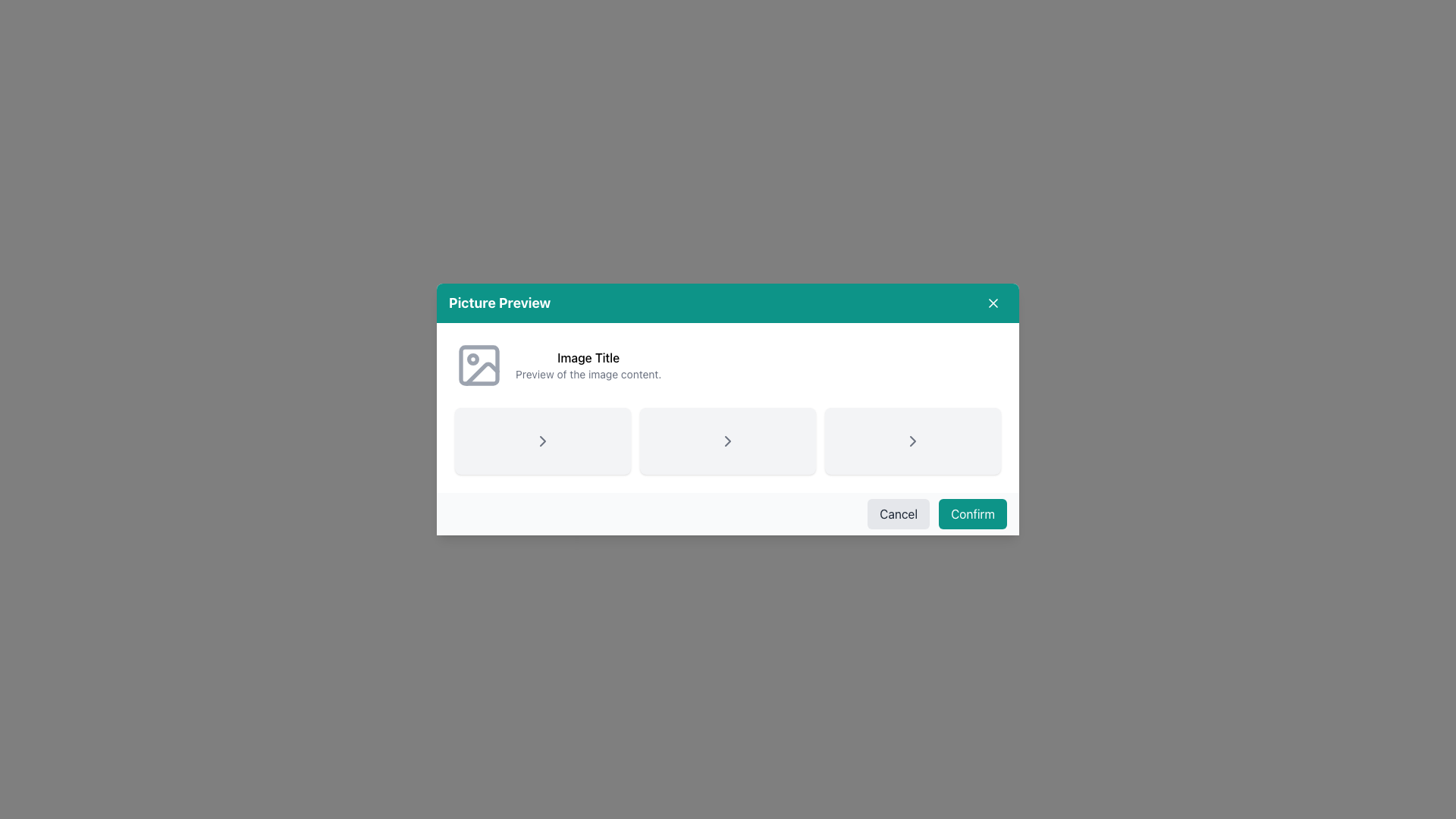  Describe the element at coordinates (542, 441) in the screenshot. I see `the chevron icon, which is the first in a series of similar icons used for navigation within a rounded rectangular button located centrally below the 'Image Title' section` at that location.